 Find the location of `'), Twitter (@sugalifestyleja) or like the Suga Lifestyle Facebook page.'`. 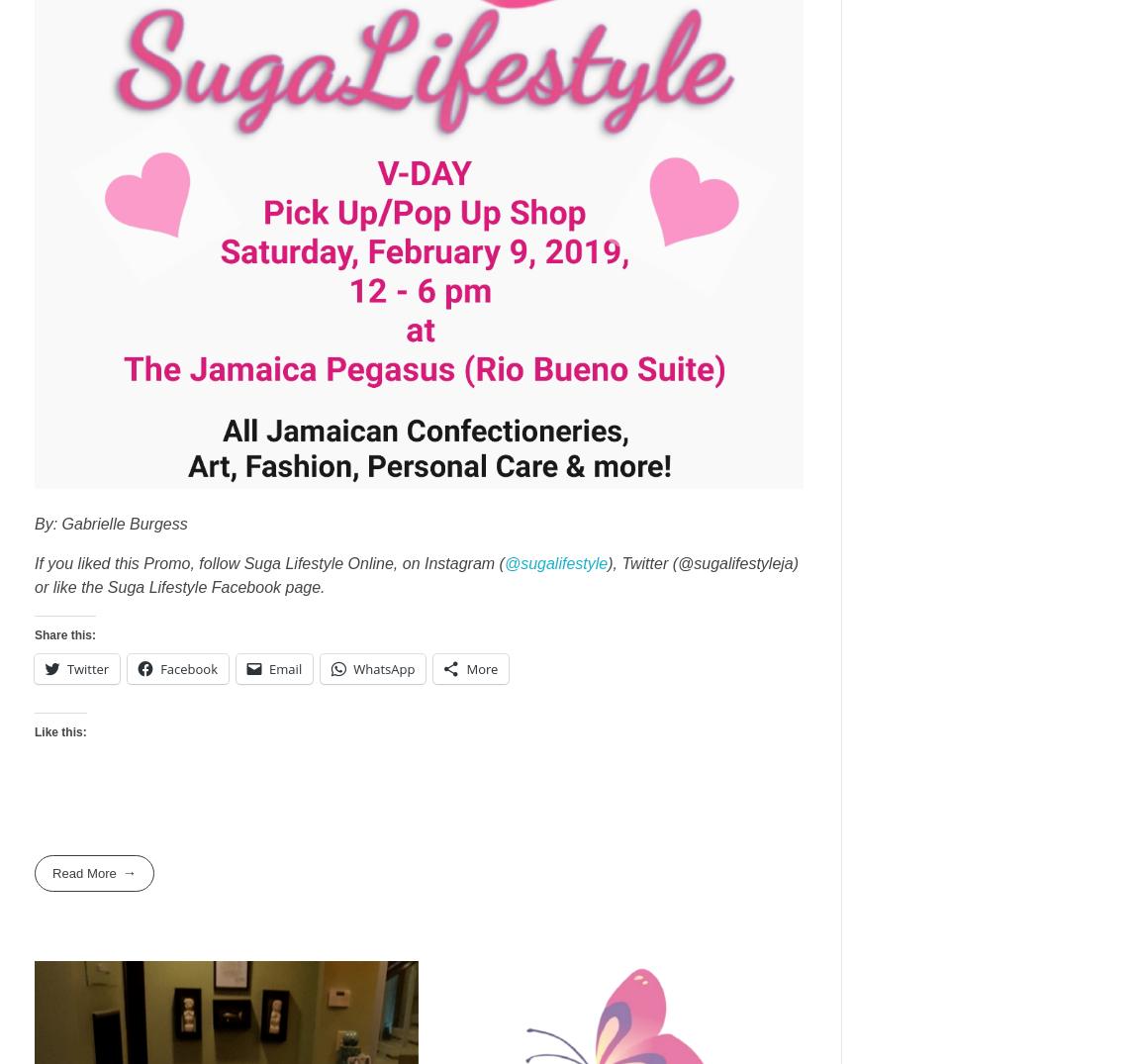

'), Twitter (@sugalifestyleja) or like the Suga Lifestyle Facebook page.' is located at coordinates (417, 574).